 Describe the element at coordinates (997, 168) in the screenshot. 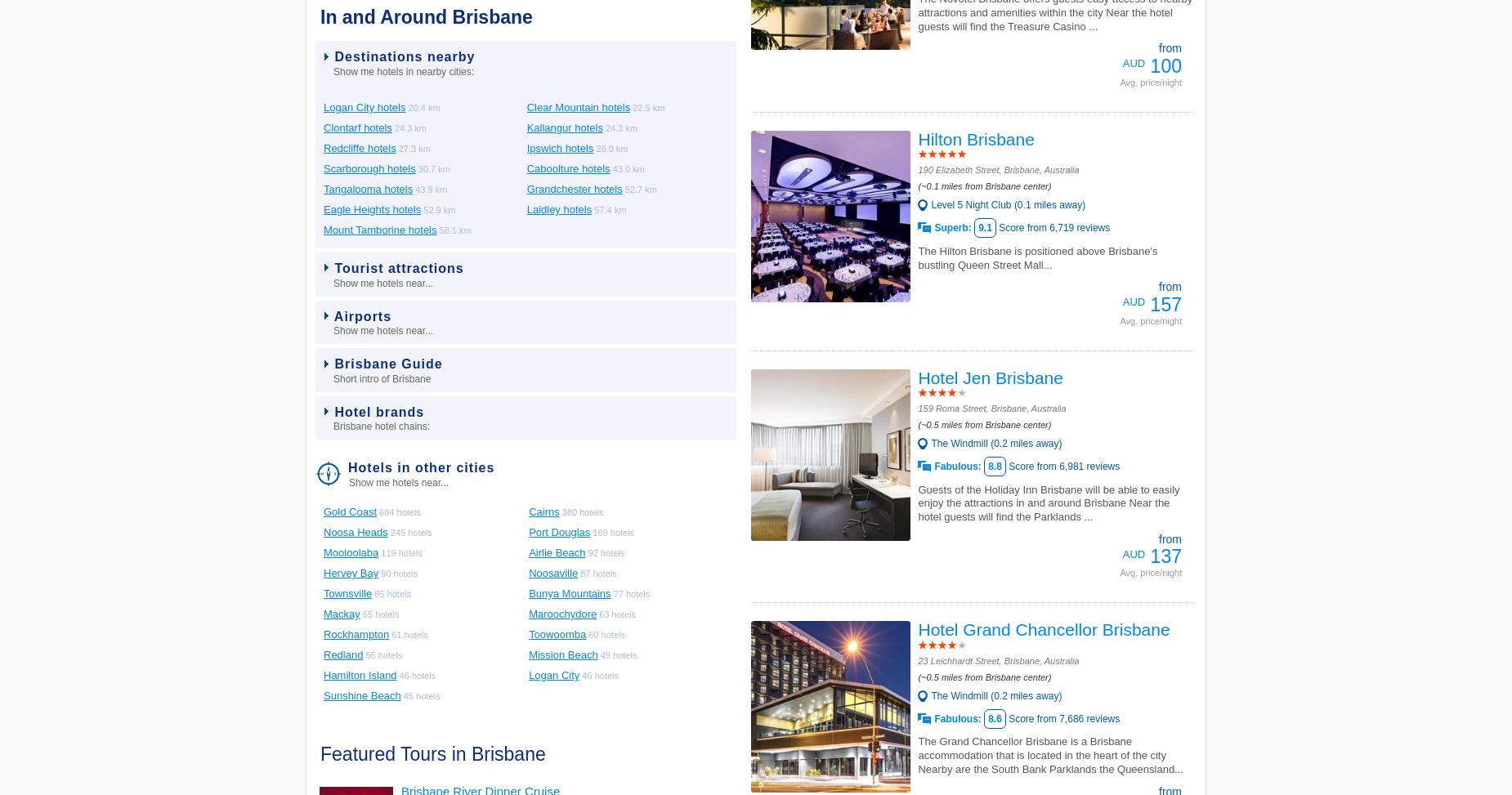

I see `'190 Elizabeth Street, Brisbane, Australia'` at that location.